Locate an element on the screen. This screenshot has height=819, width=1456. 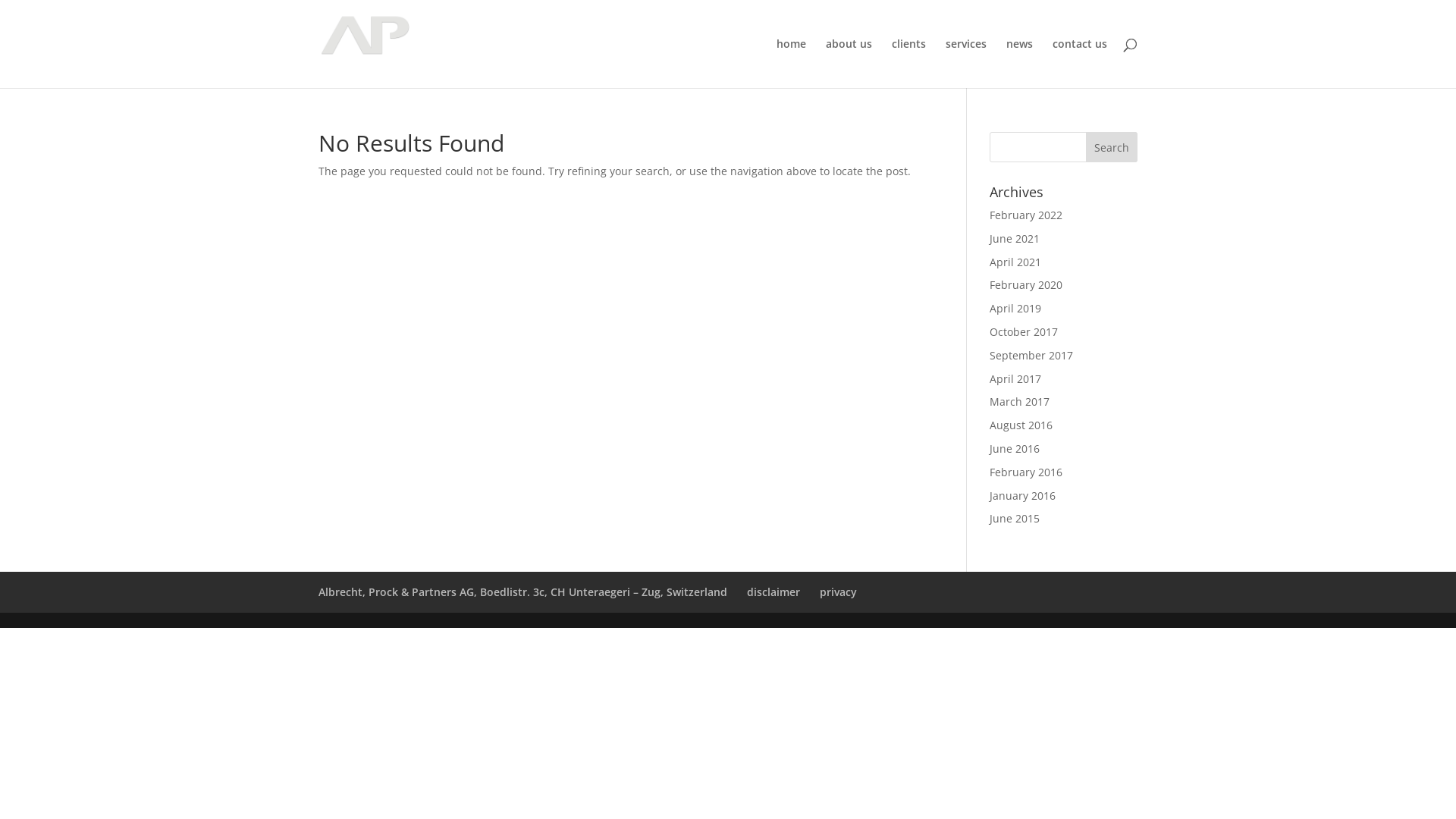
'June 2021' is located at coordinates (1015, 238).